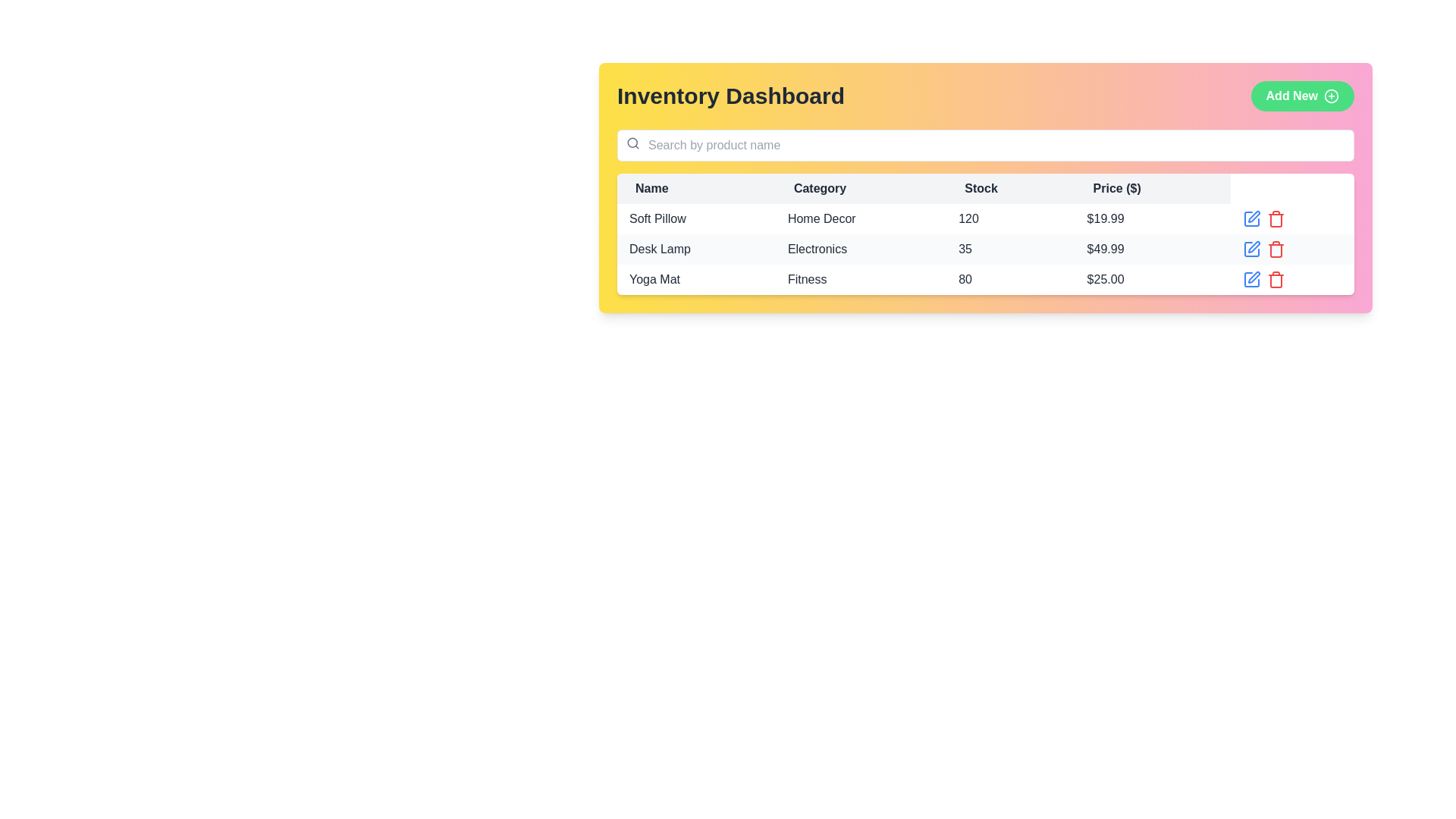  What do you see at coordinates (986, 188) in the screenshot?
I see `the third column header of the table named 'Stock', which categorizes the data in the corresponding column below` at bounding box center [986, 188].